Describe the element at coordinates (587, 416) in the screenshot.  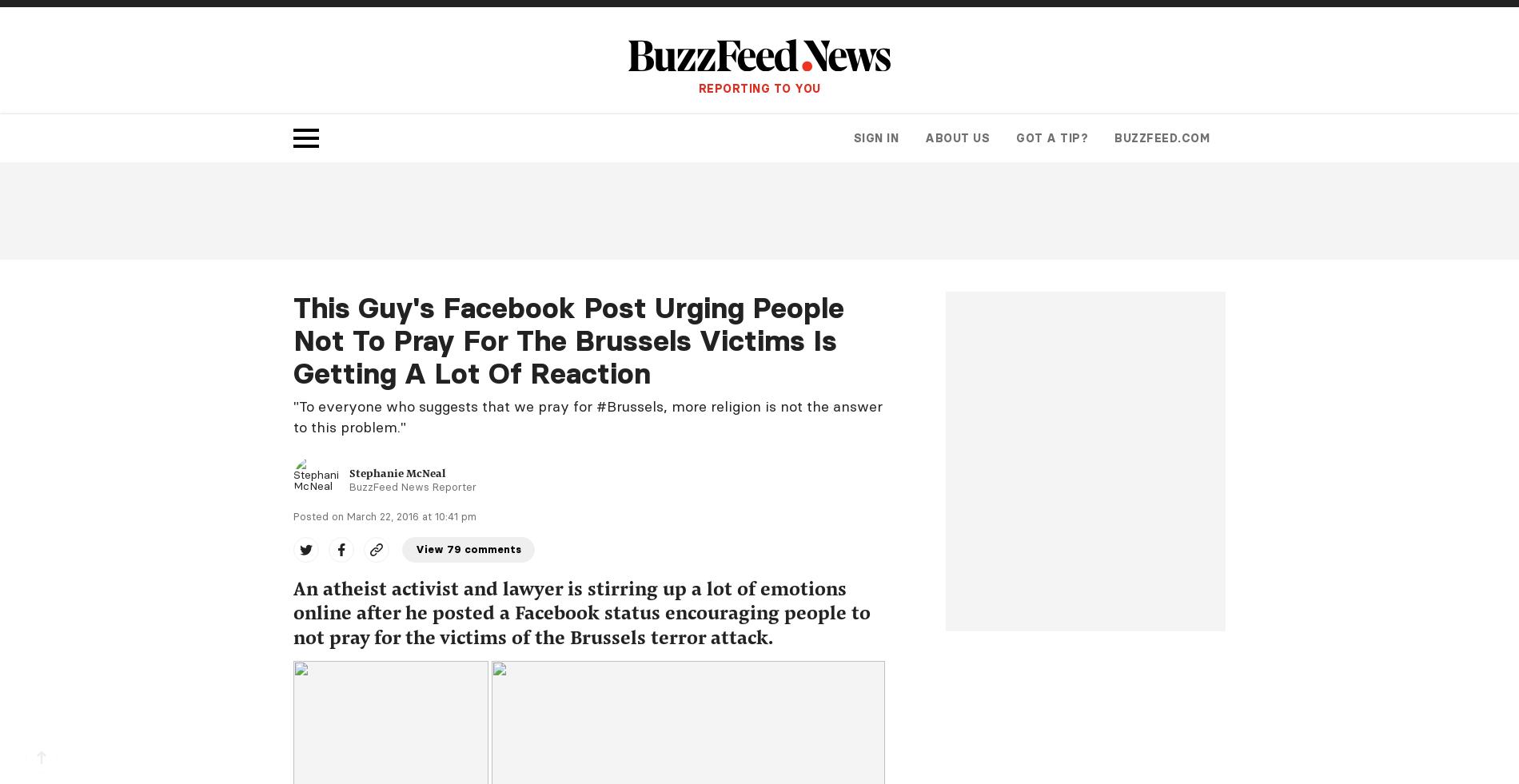
I see `'"To everyone who suggests that we pray for ‪#‎Brussels‬, more religion is not the answer to this problem."'` at that location.